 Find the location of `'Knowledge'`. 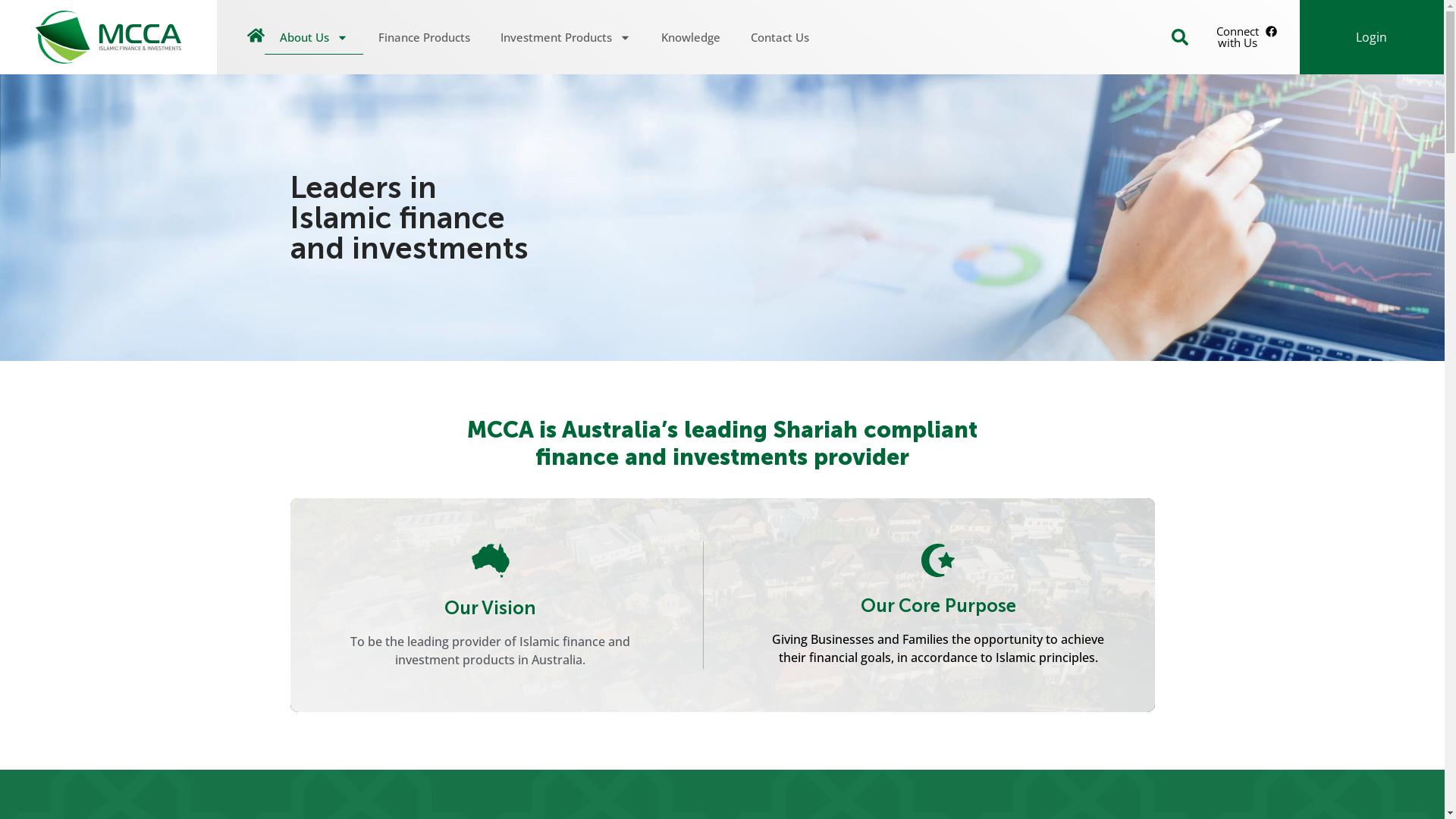

'Knowledge' is located at coordinates (690, 36).